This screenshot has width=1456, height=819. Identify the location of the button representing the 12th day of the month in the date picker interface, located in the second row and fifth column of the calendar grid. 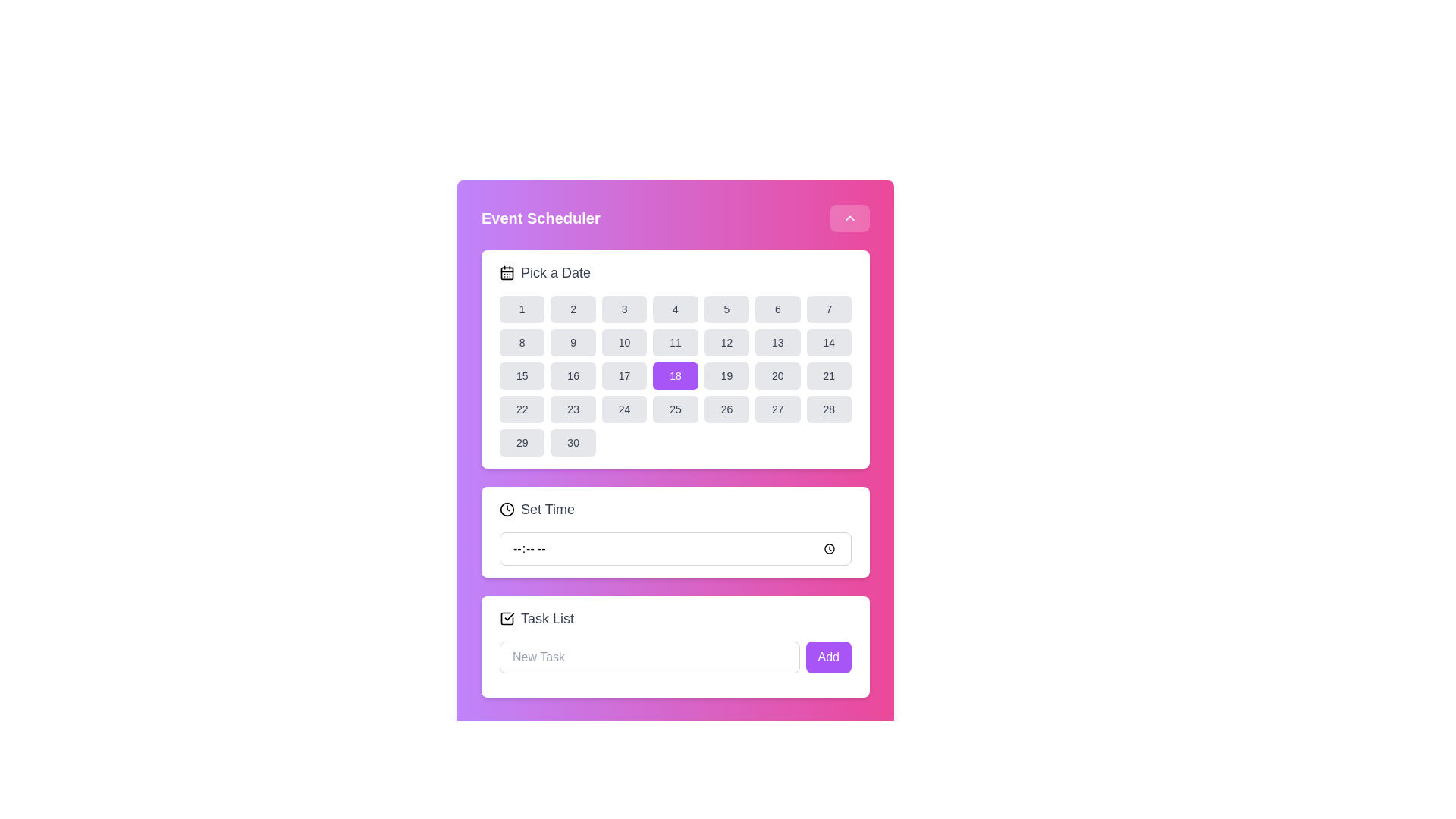
(726, 342).